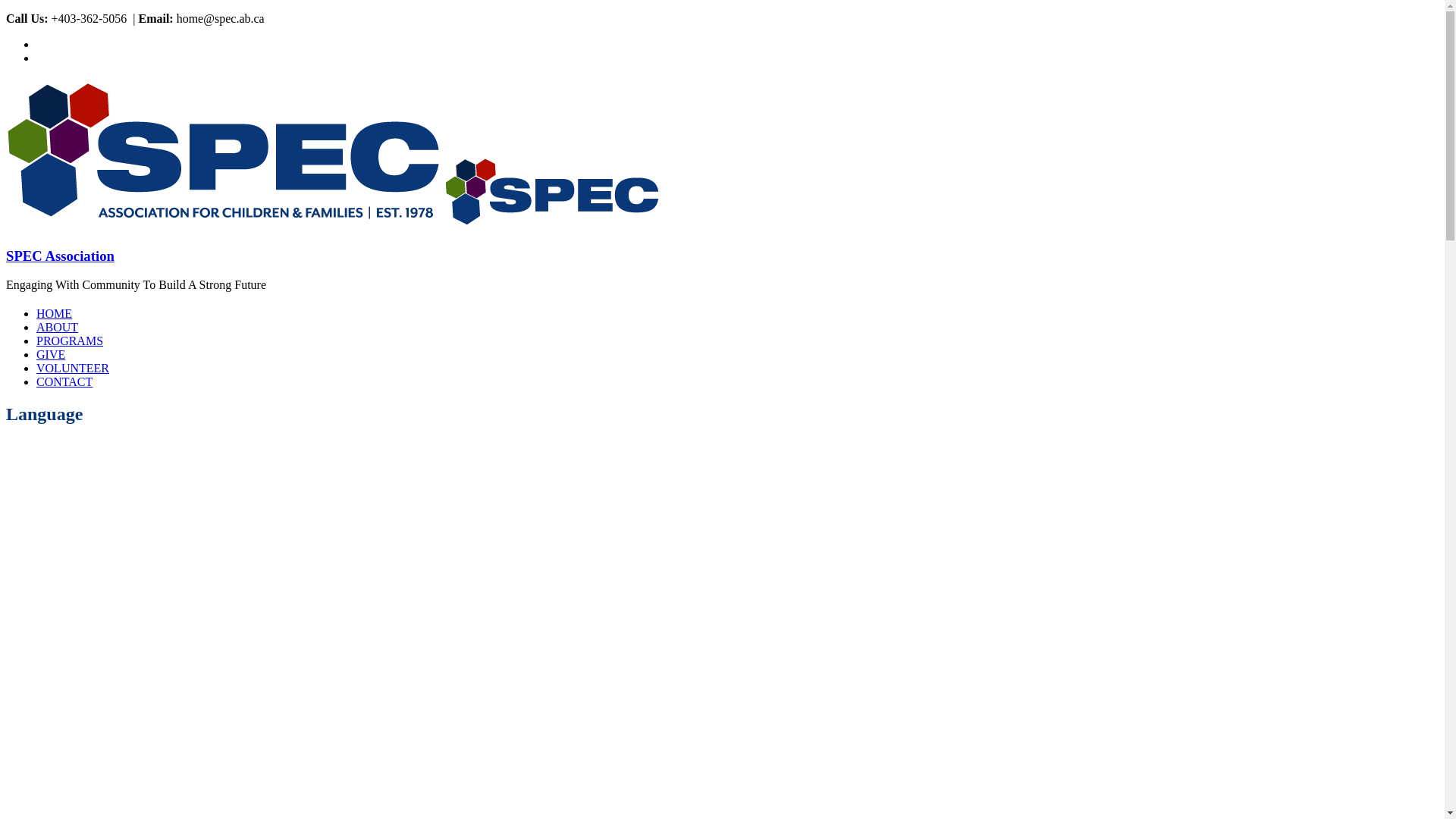 This screenshot has height=819, width=1456. What do you see at coordinates (64, 381) in the screenshot?
I see `'CONTACT'` at bounding box center [64, 381].